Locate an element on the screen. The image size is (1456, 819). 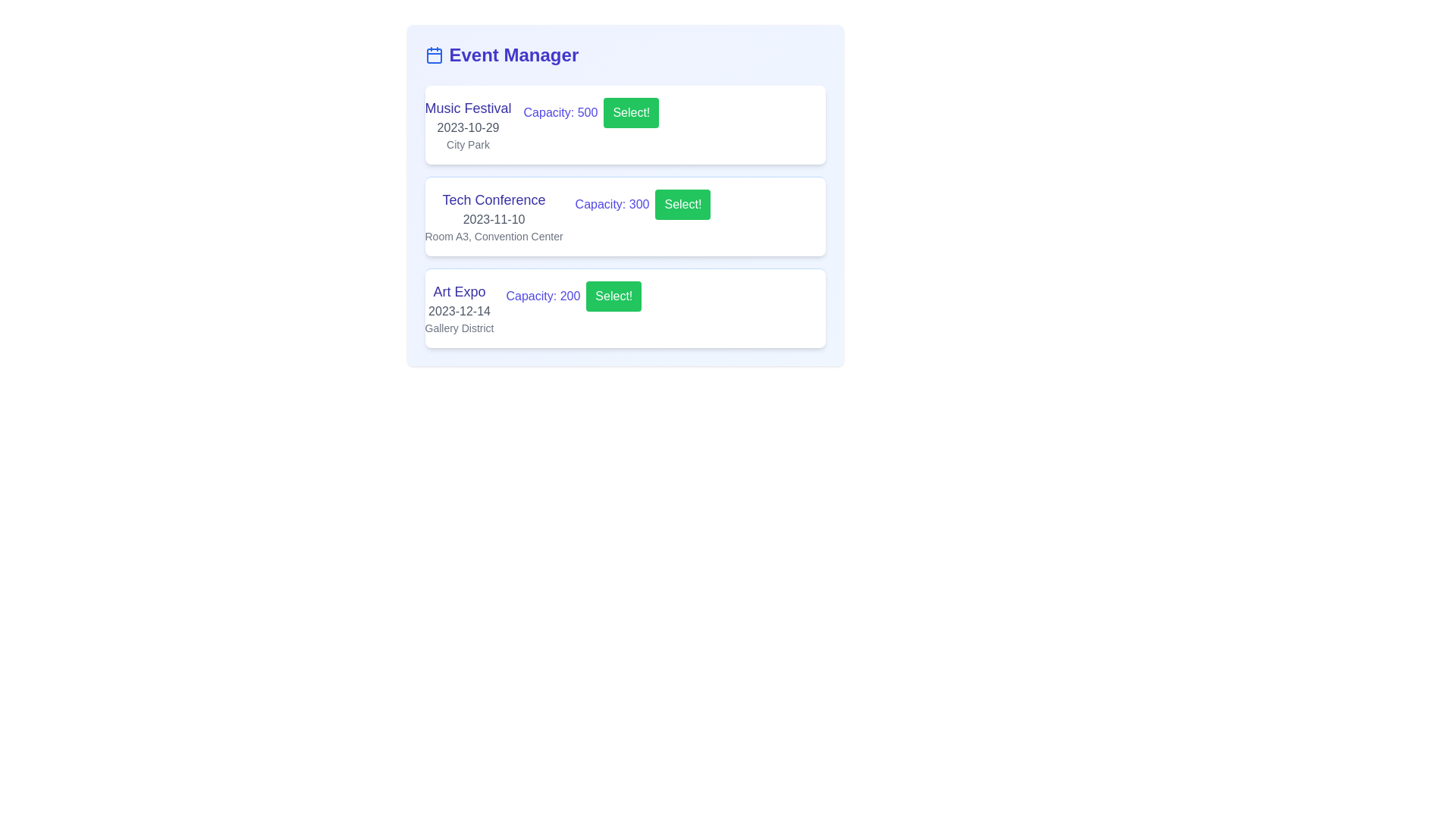
event details displayed in the text block for the 'Music Festival', which includes its name, date, and location is located at coordinates (467, 124).